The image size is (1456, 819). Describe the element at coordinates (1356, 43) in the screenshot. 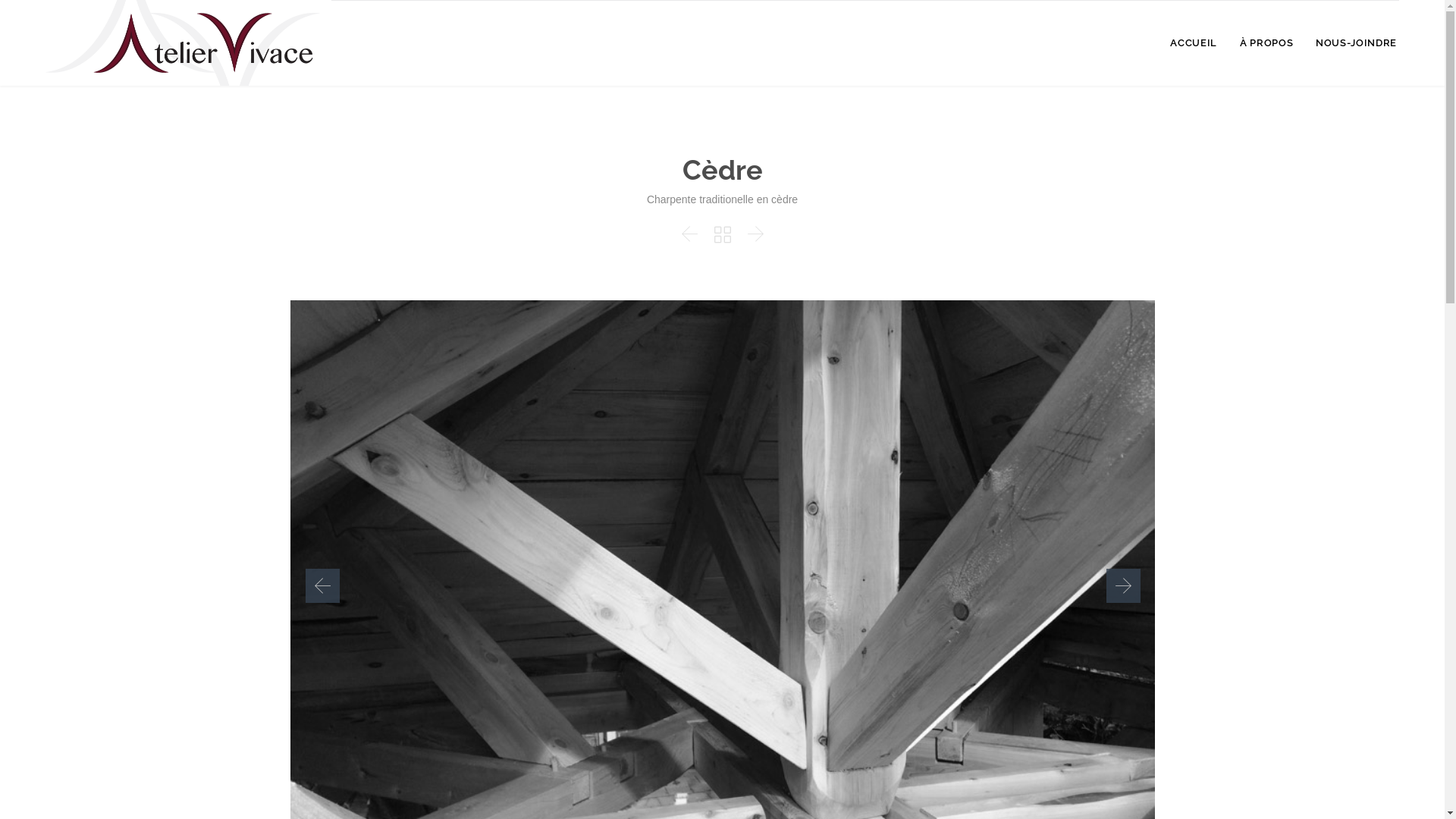

I see `'NOUS-JOINDRE'` at that location.